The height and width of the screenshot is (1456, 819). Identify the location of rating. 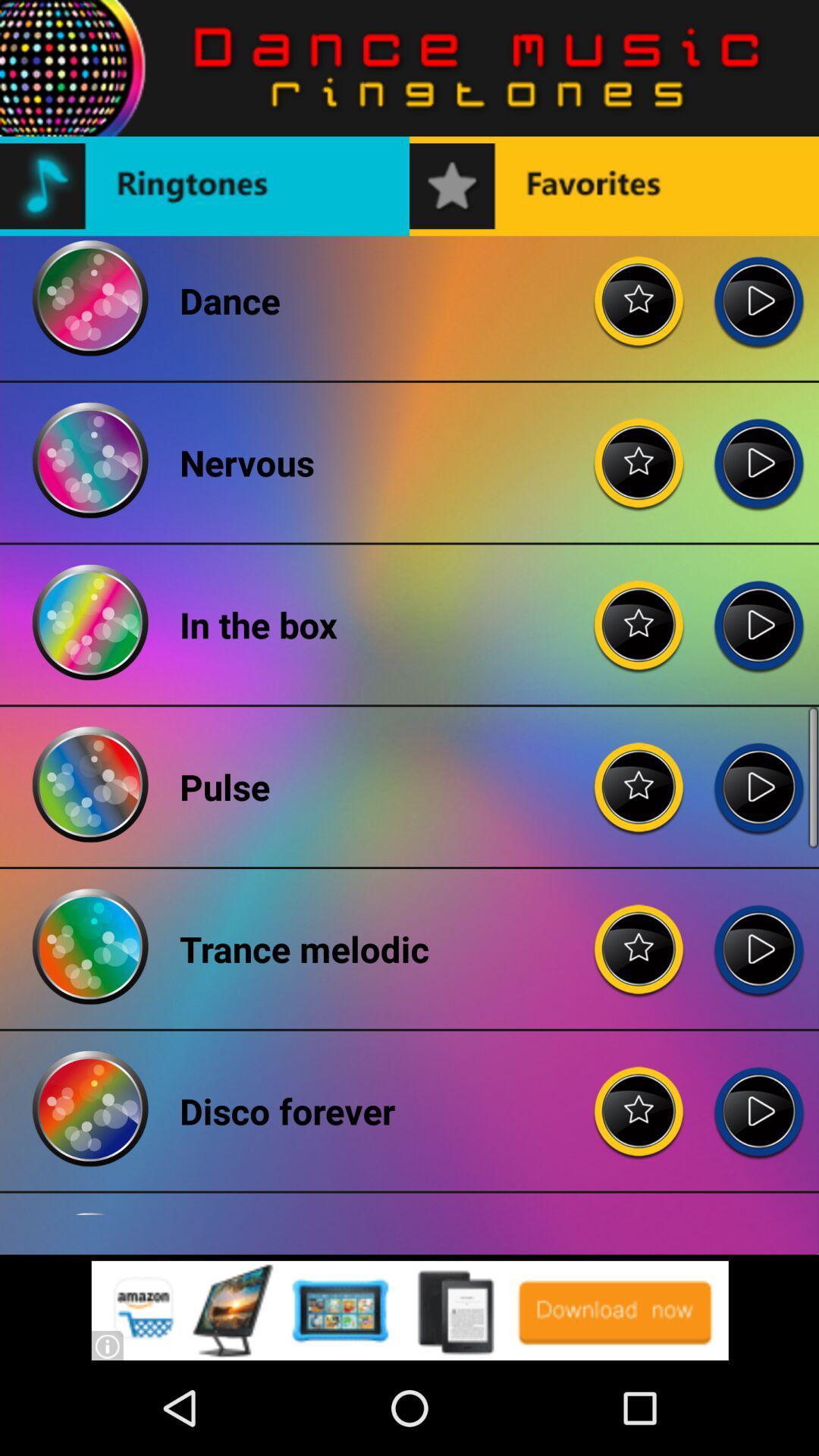
(639, 450).